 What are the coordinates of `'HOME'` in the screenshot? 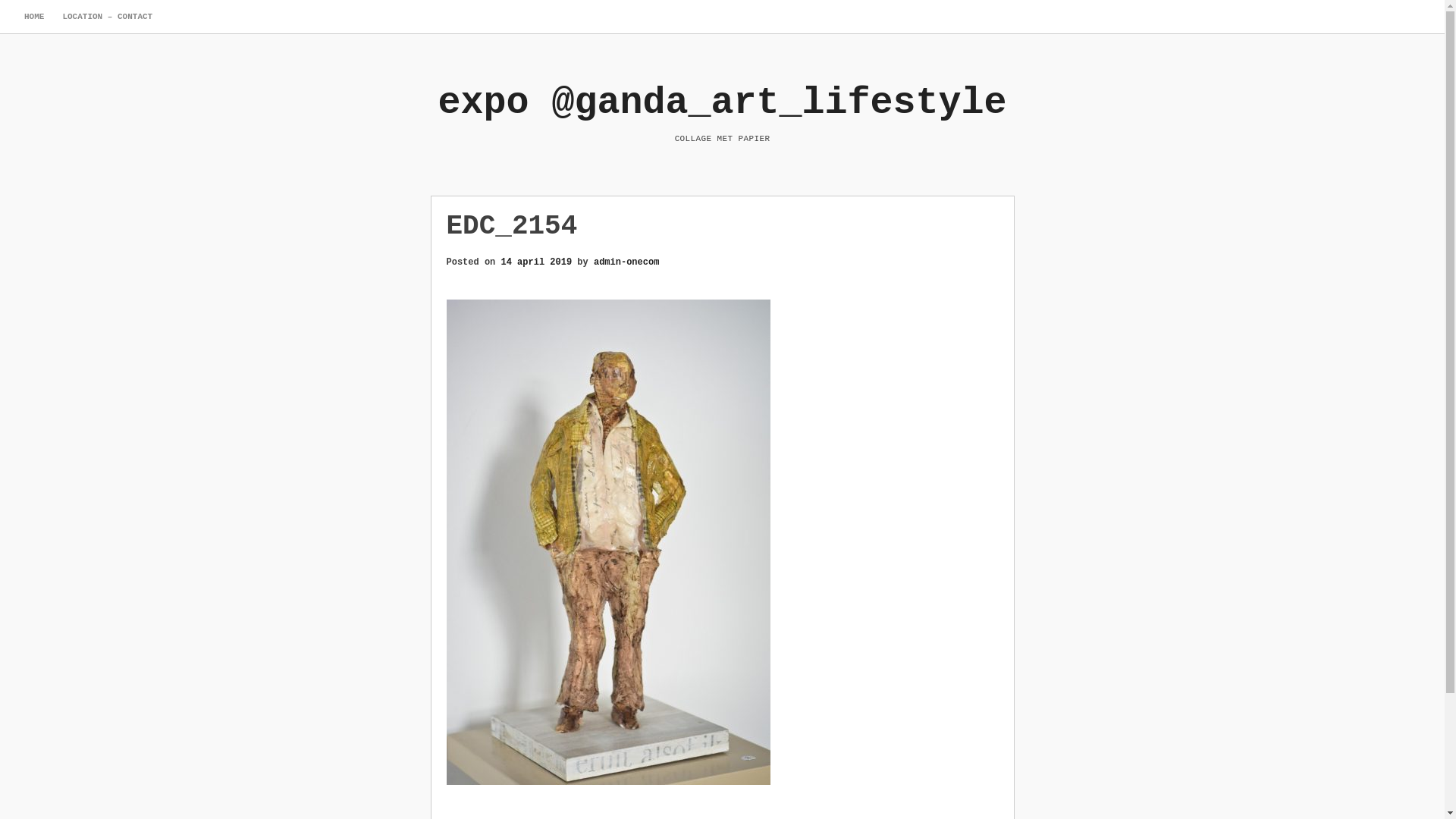 It's located at (33, 17).